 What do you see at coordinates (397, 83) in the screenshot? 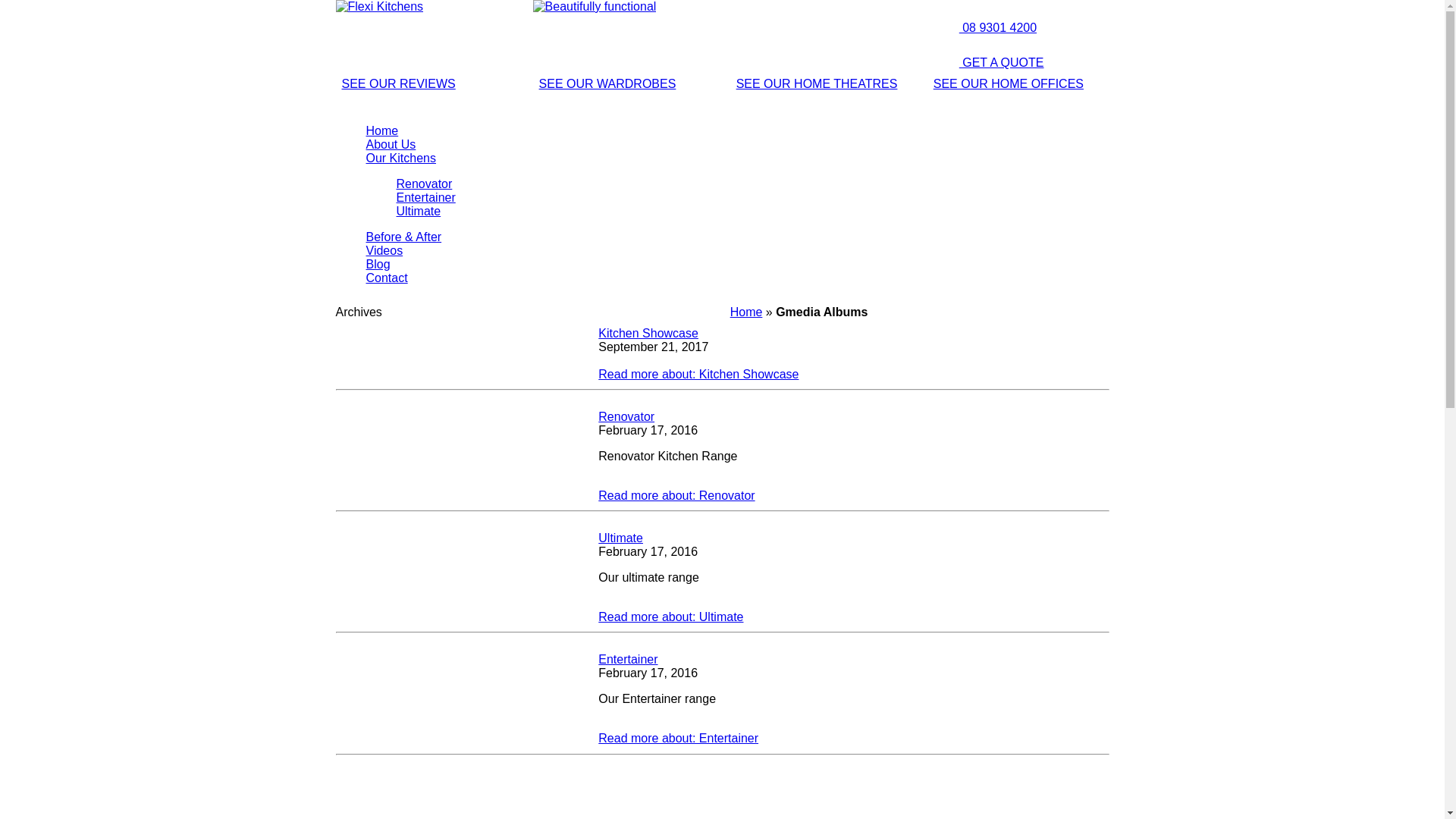
I see `'SEE OUR REVIEWS'` at bounding box center [397, 83].